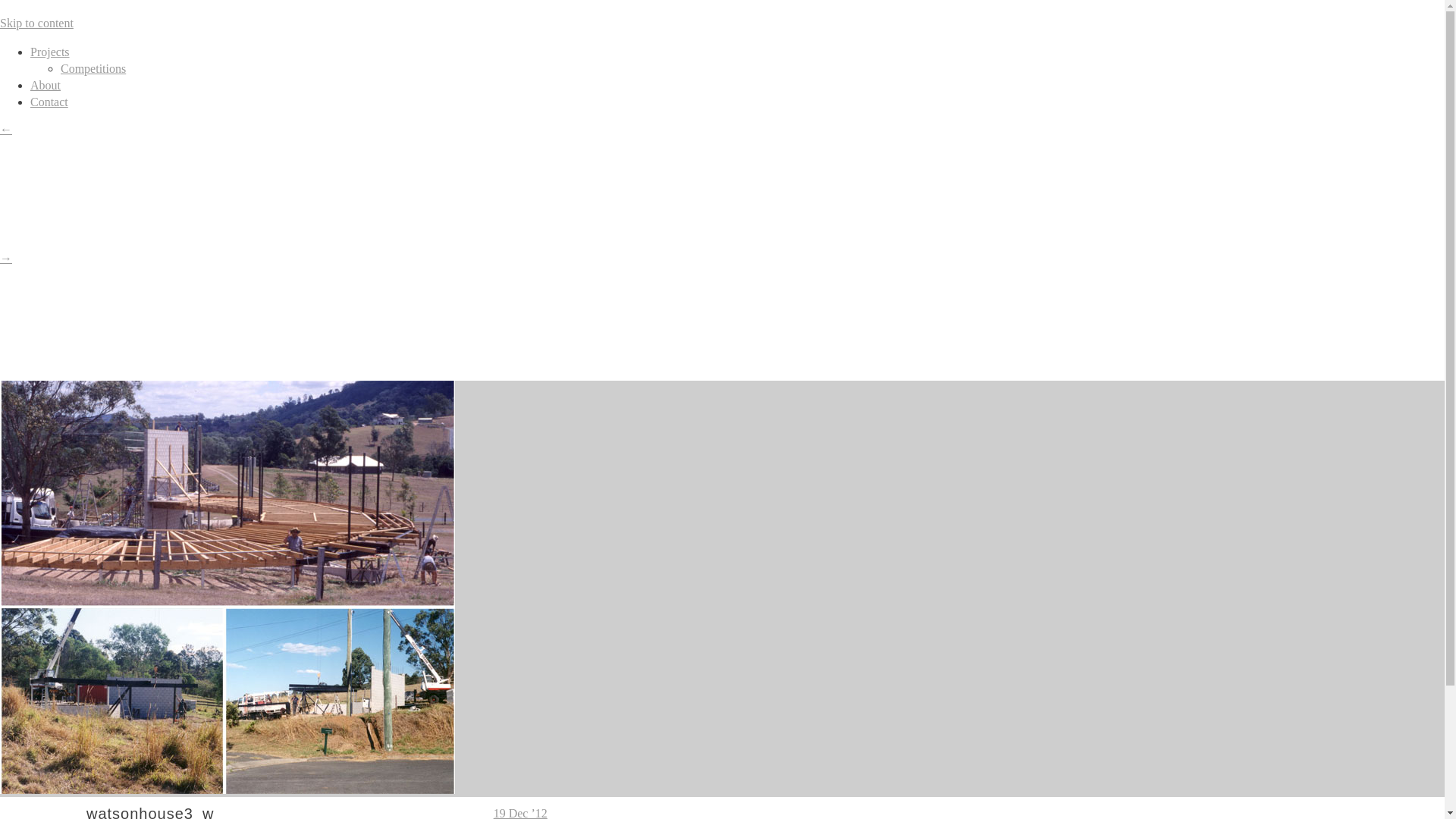 The height and width of the screenshot is (819, 1456). I want to click on 'Contact', so click(49, 102).